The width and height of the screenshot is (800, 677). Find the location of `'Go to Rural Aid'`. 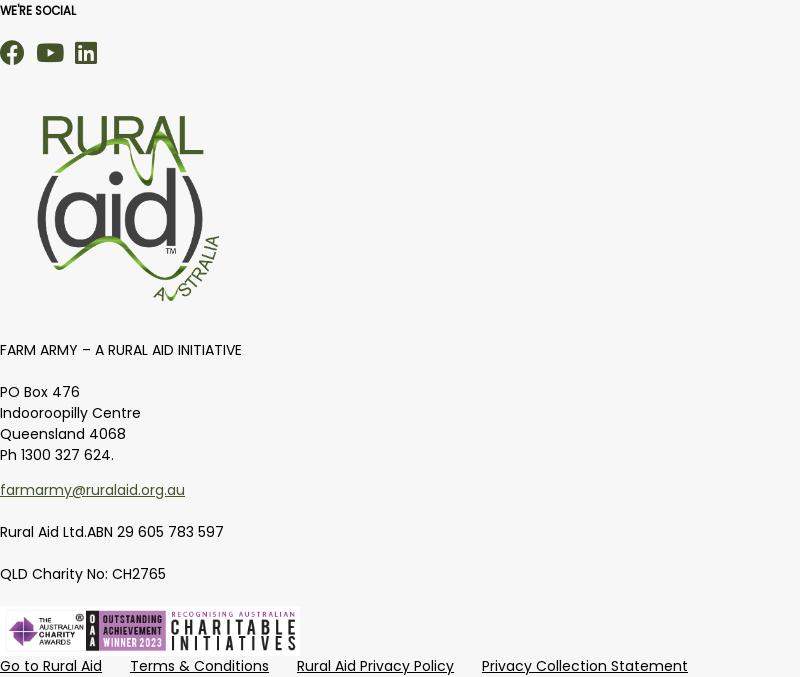

'Go to Rural Aid' is located at coordinates (0, 665).